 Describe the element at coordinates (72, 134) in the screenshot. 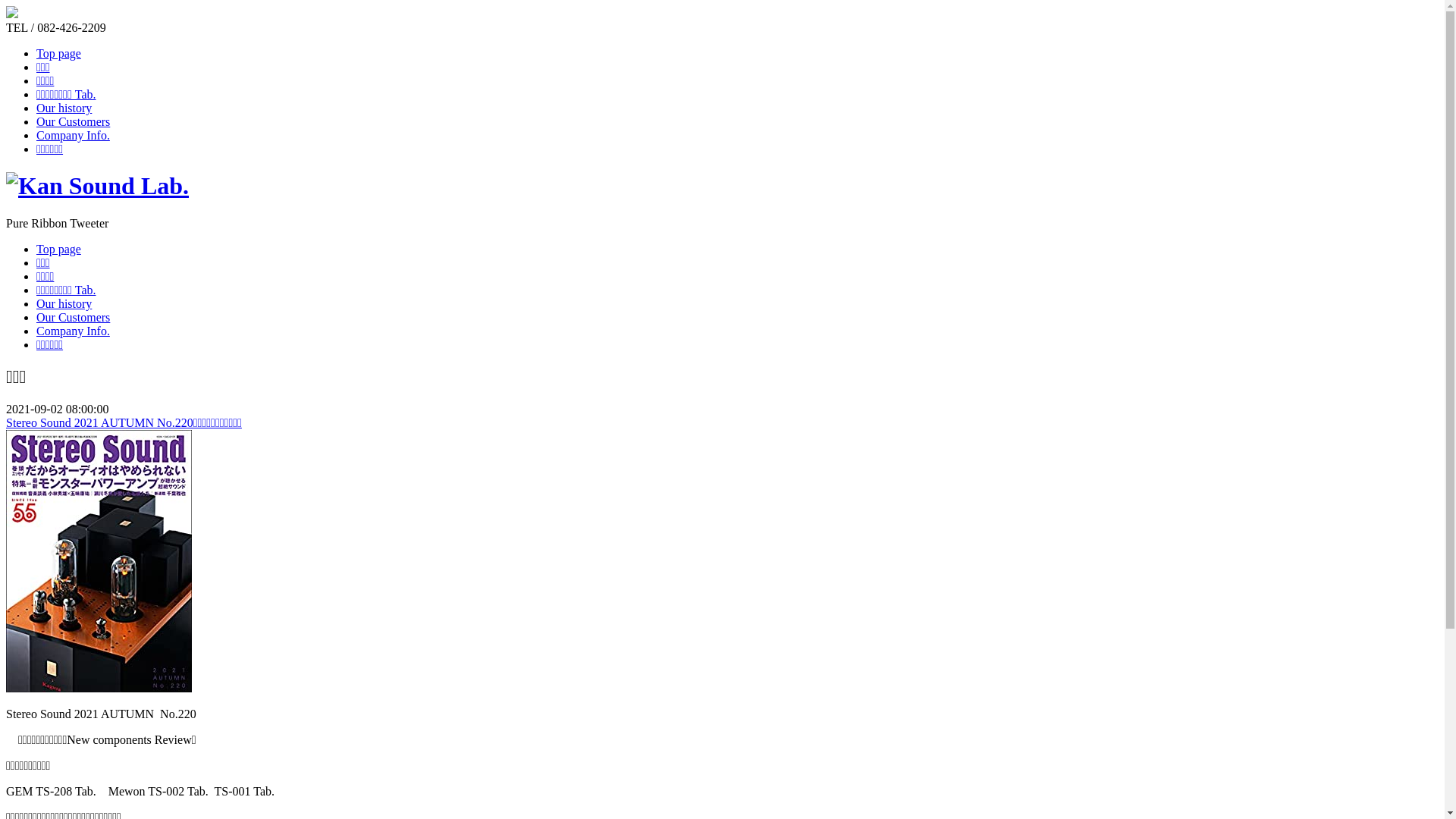

I see `'Company Info.'` at that location.